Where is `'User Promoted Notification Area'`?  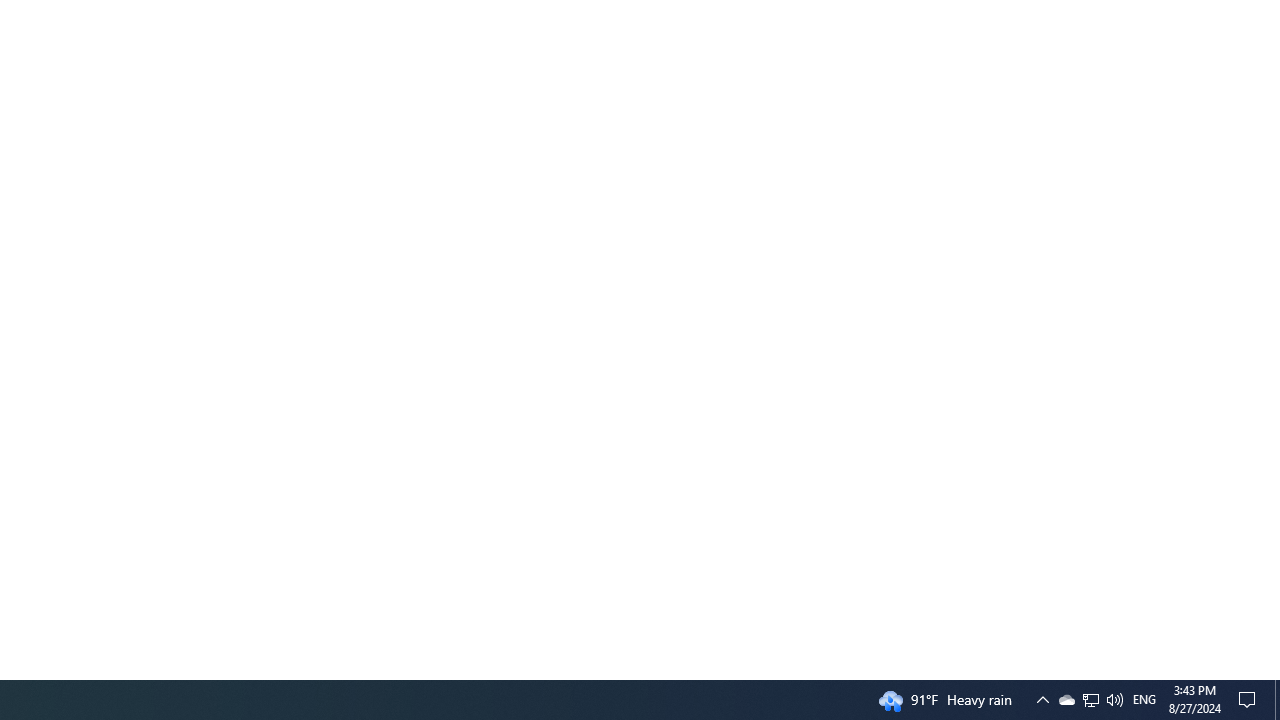
'User Promoted Notification Area' is located at coordinates (1065, 698).